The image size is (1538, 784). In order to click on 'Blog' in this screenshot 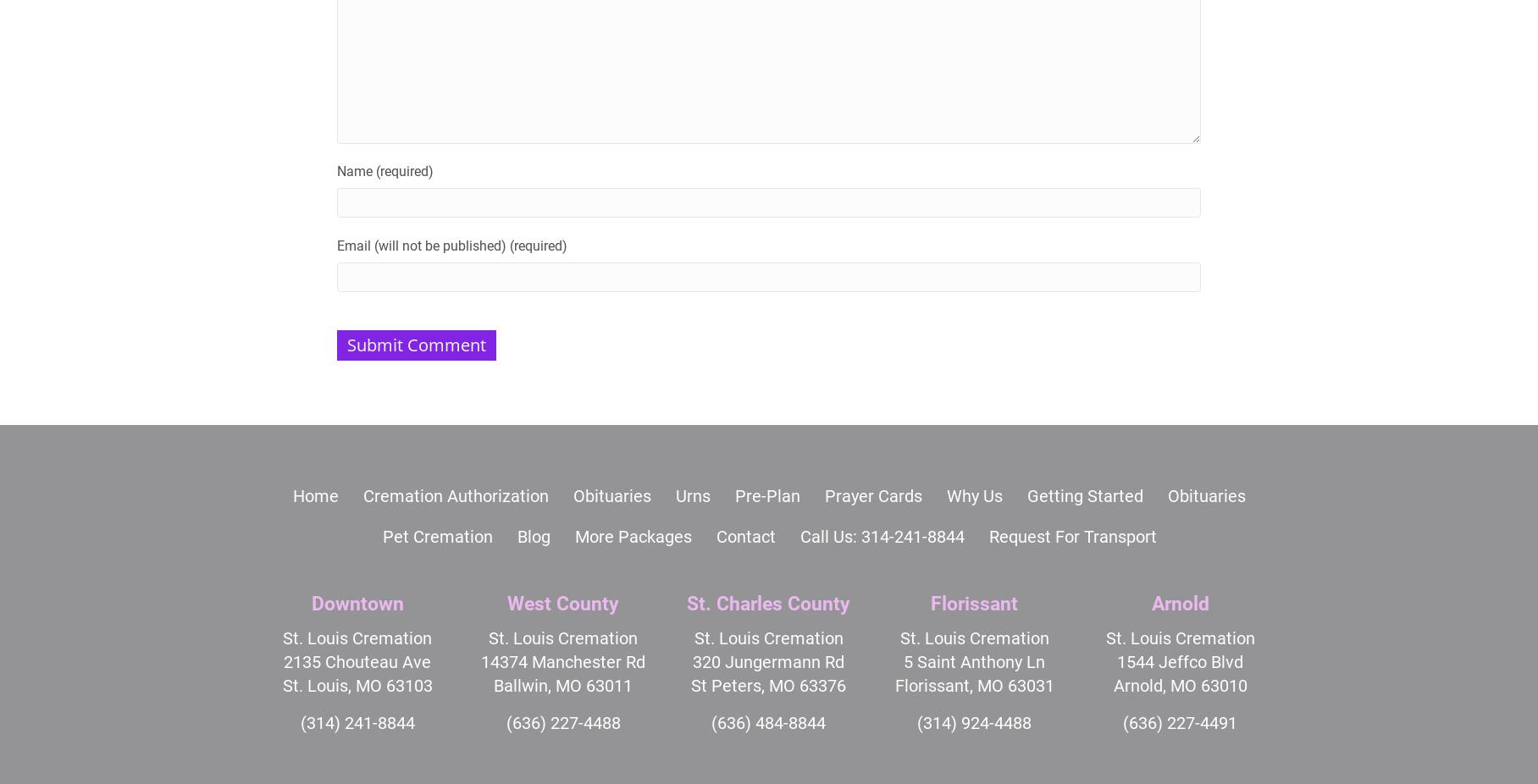, I will do `click(533, 535)`.